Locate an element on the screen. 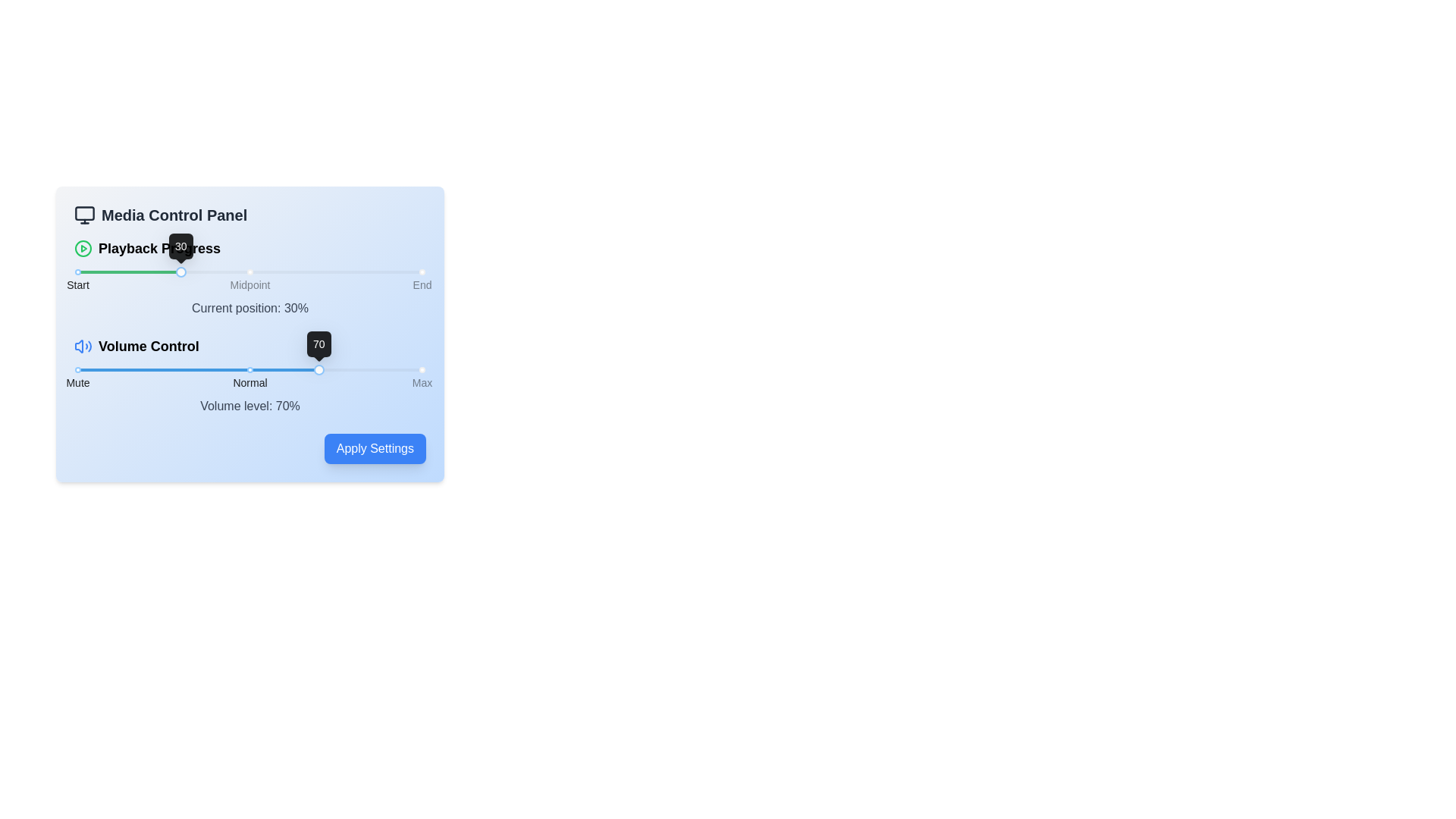  the circular play button icon with a green outline and triangular play symbol, located to the left of the 'Playback Progress' text in the playback control section is located at coordinates (83, 247).